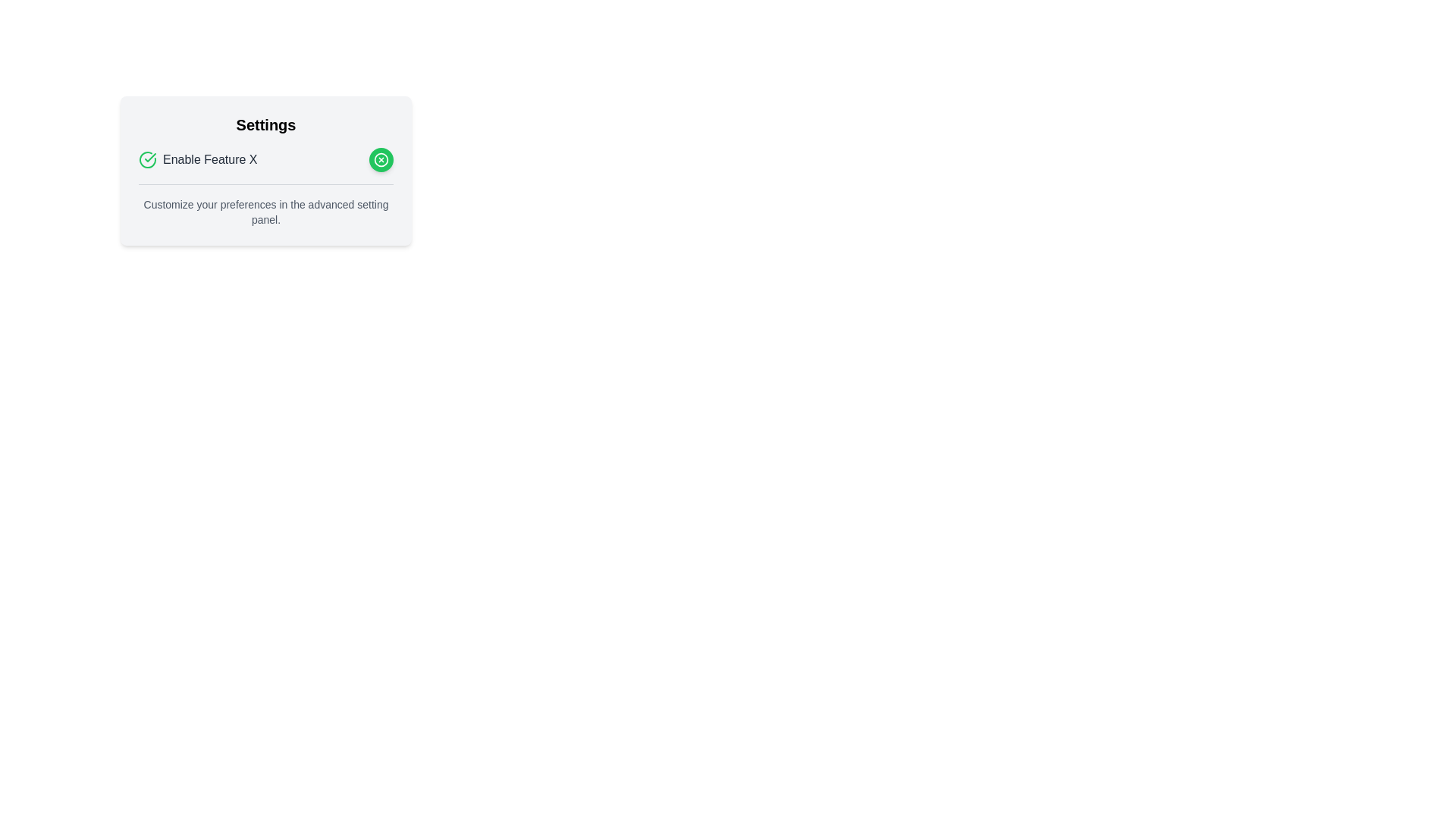 The width and height of the screenshot is (1456, 819). I want to click on the informational text label that guides users on adjusting their preferences within the advanced setting panel, located below the 'Enable Feature X' section, so click(265, 206).